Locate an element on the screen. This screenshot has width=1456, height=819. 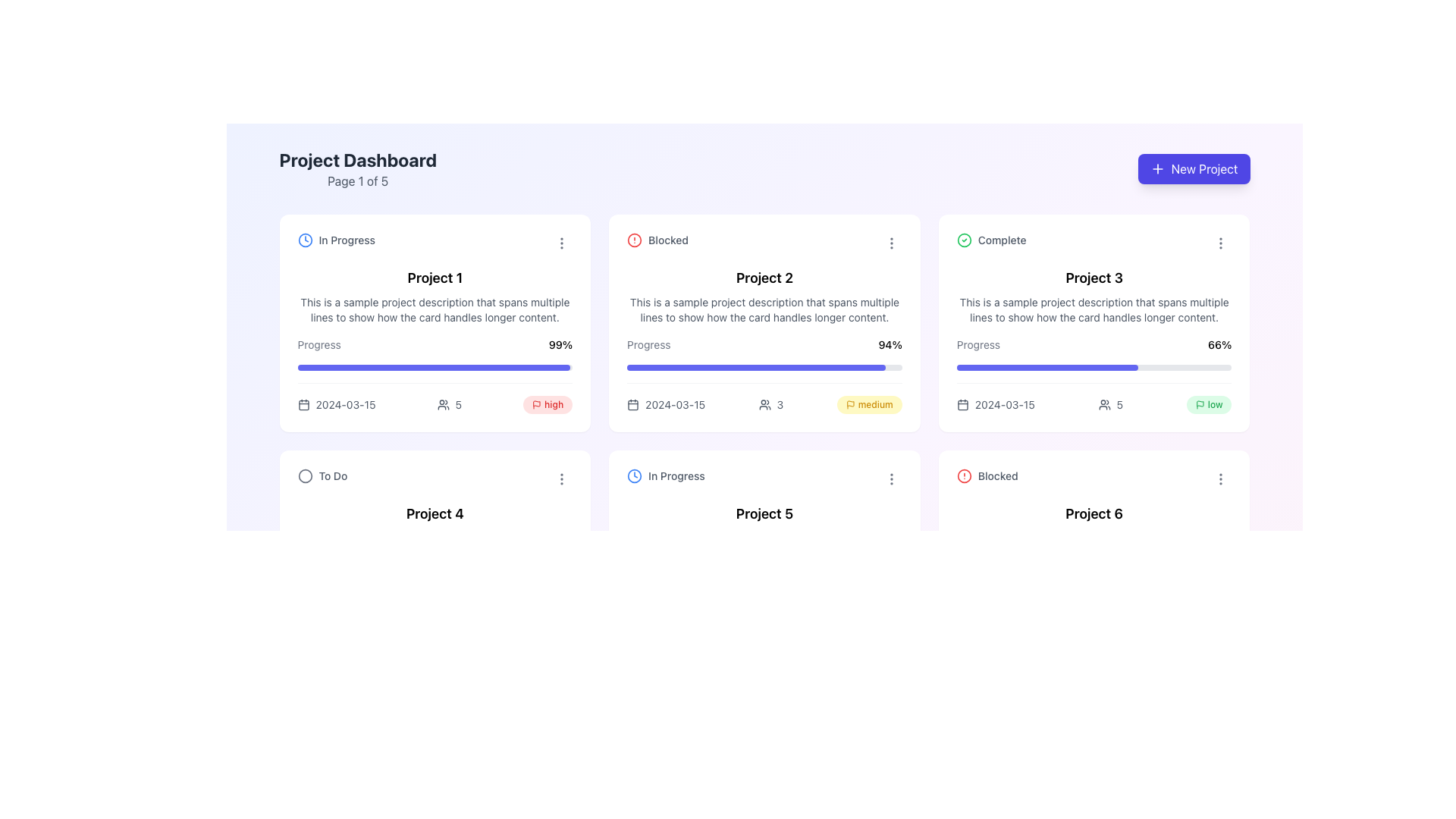
text content of the 'Blocked' status label associated with 'Project 2' on the dashboard layout is located at coordinates (667, 239).